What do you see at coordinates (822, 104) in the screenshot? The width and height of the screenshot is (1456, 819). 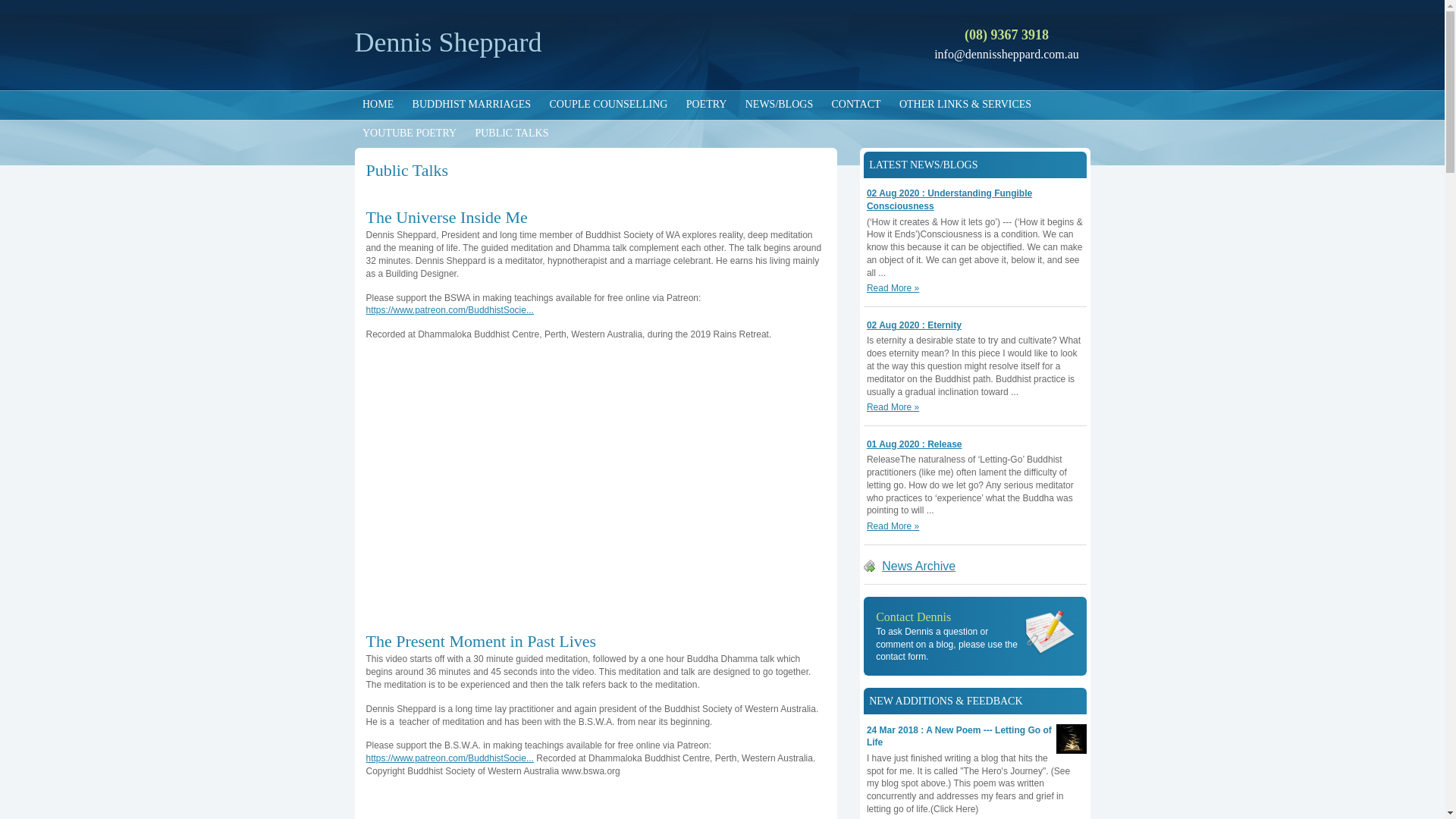 I see `'CONTACT'` at bounding box center [822, 104].